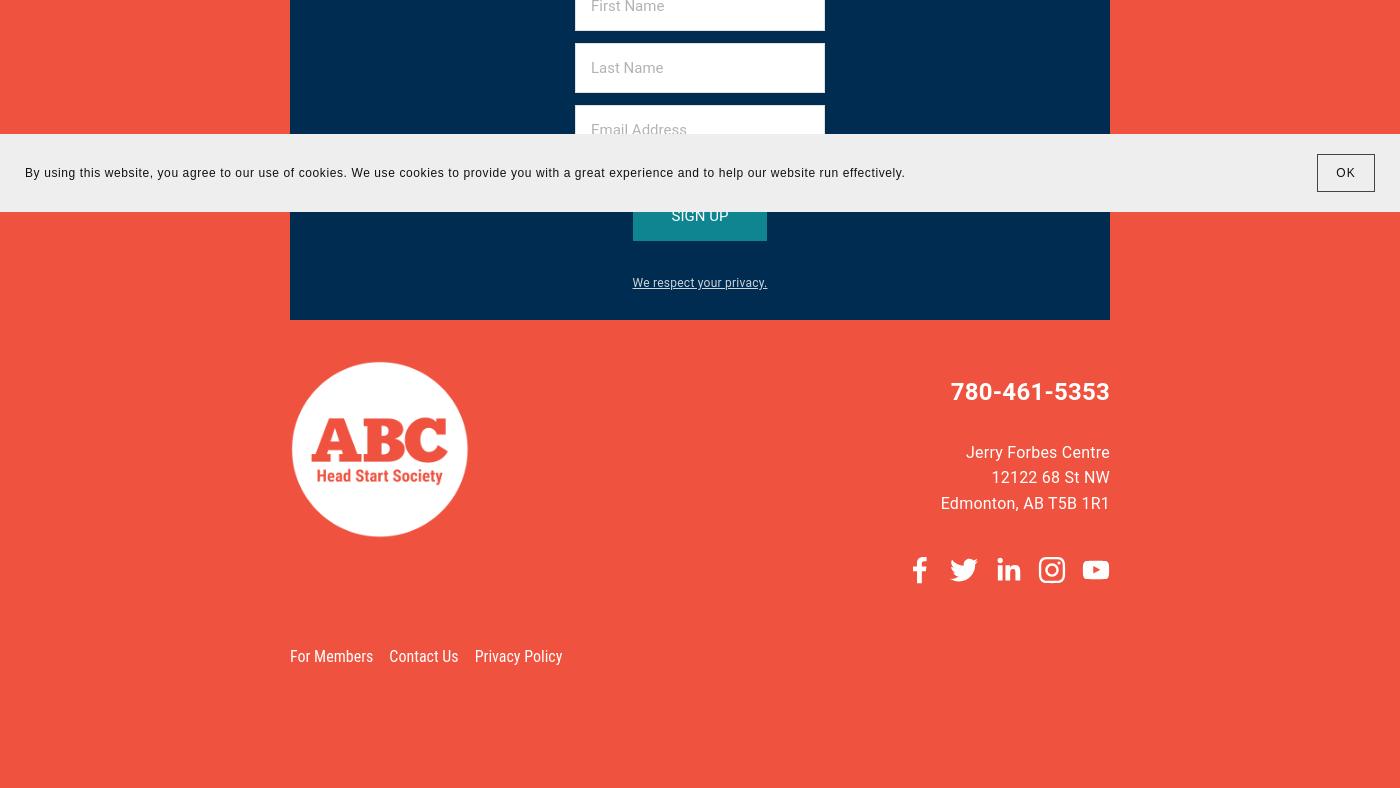 Image resolution: width=1400 pixels, height=788 pixels. What do you see at coordinates (699, 281) in the screenshot?
I see `'We respect your privacy.'` at bounding box center [699, 281].